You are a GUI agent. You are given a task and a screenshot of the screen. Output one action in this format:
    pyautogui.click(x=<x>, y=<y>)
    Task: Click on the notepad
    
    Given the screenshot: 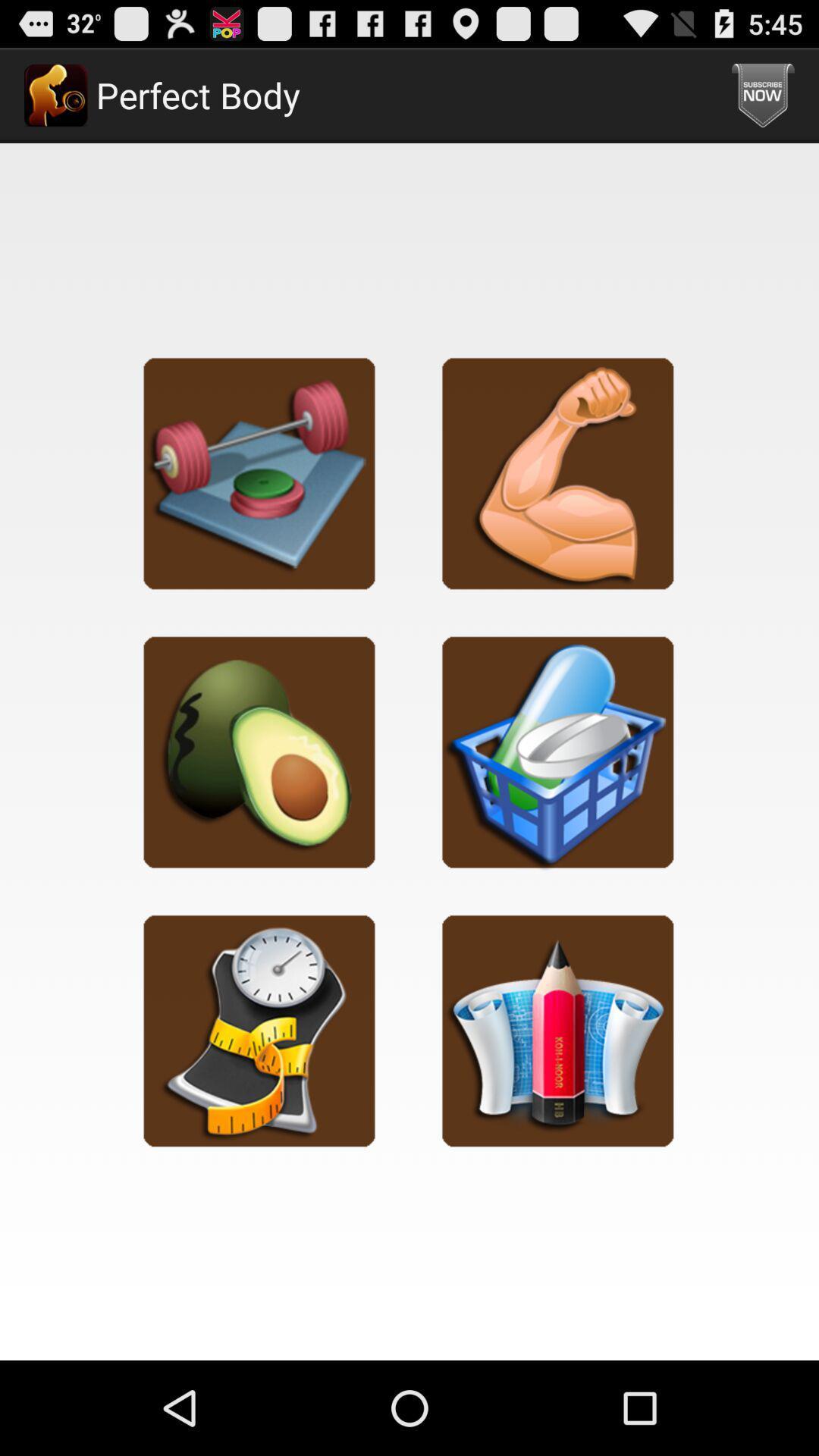 What is the action you would take?
    pyautogui.click(x=558, y=1030)
    